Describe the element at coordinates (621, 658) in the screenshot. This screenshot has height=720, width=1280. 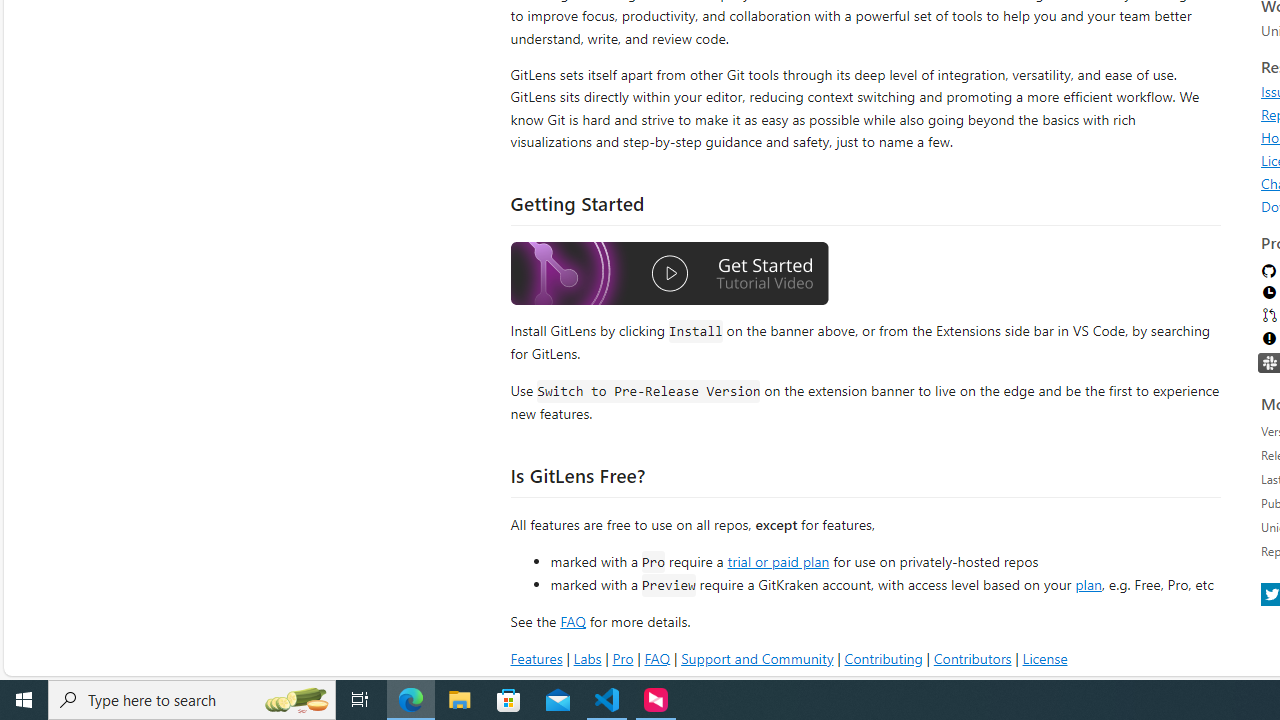
I see `'Pro'` at that location.